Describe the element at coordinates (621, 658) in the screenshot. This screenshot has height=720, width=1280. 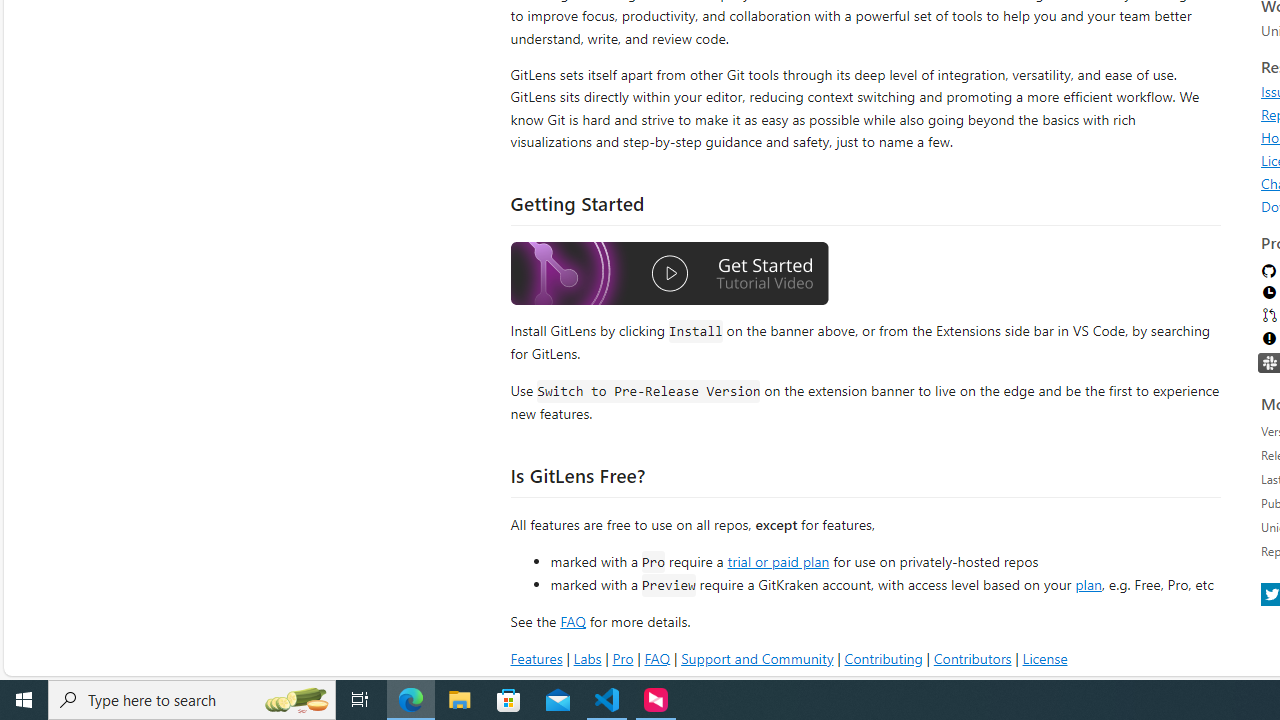
I see `'Pro'` at that location.